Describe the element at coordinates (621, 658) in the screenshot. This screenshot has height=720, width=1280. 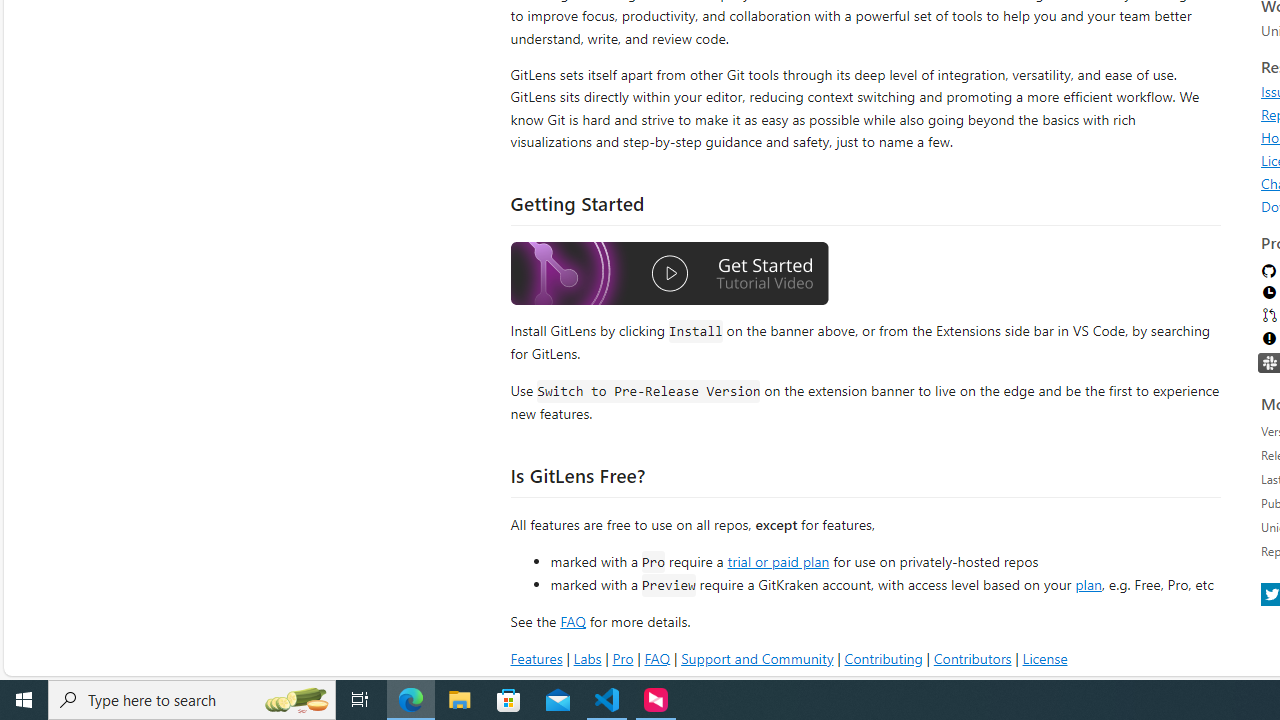
I see `'Pro'` at that location.